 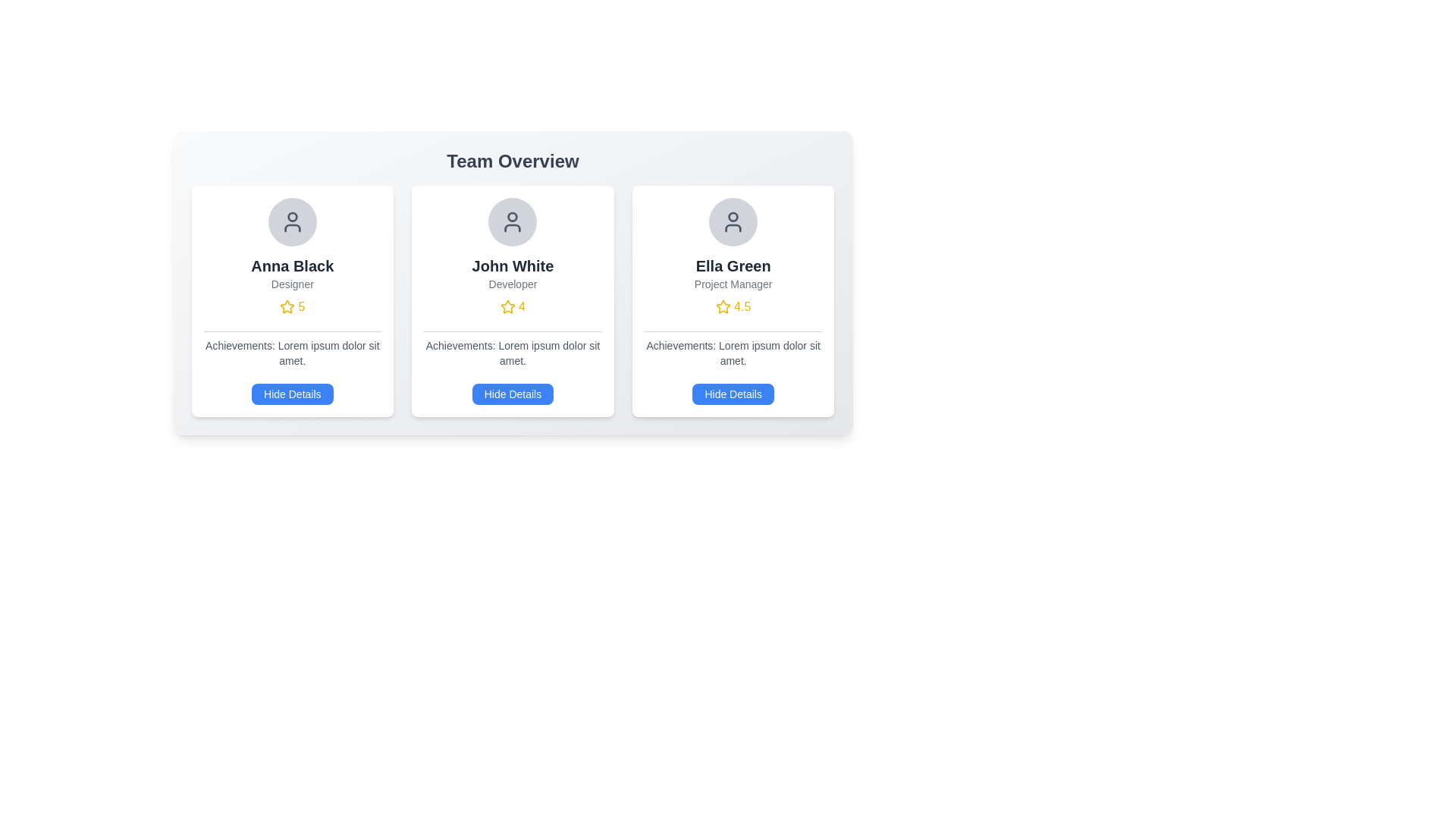 What do you see at coordinates (733, 222) in the screenshot?
I see `the user icon, a circular gray icon with a user silhouette, located at the top of the third card from the left in the 'Team Overview' section, above the 'Ella Green' text` at bounding box center [733, 222].